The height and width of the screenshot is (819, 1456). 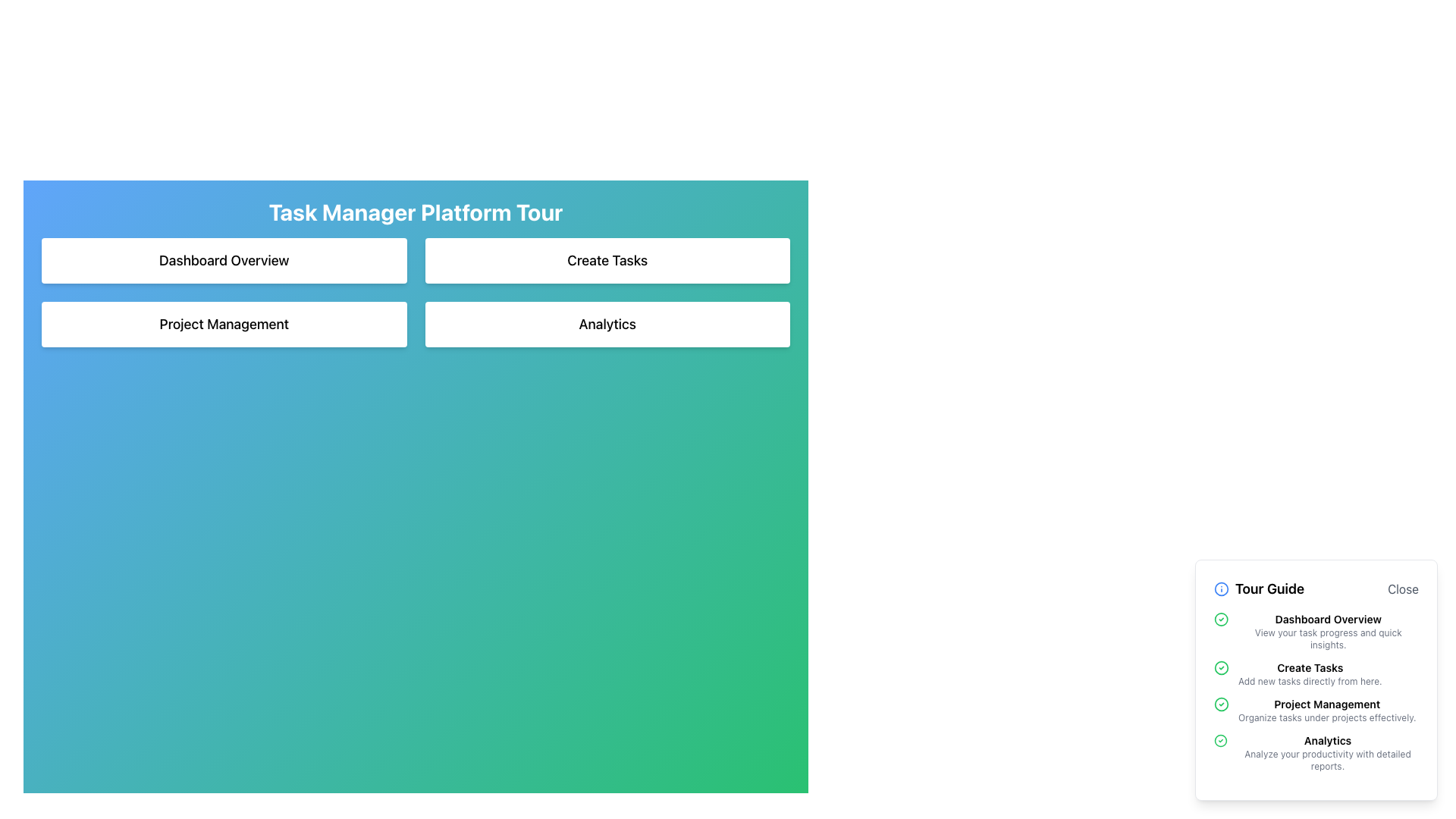 I want to click on the text label that reads 'View your task progress and quick insights.', which is styled with a small gray font and positioned directly below the 'Dashboard Overview' heading, so click(x=1327, y=639).